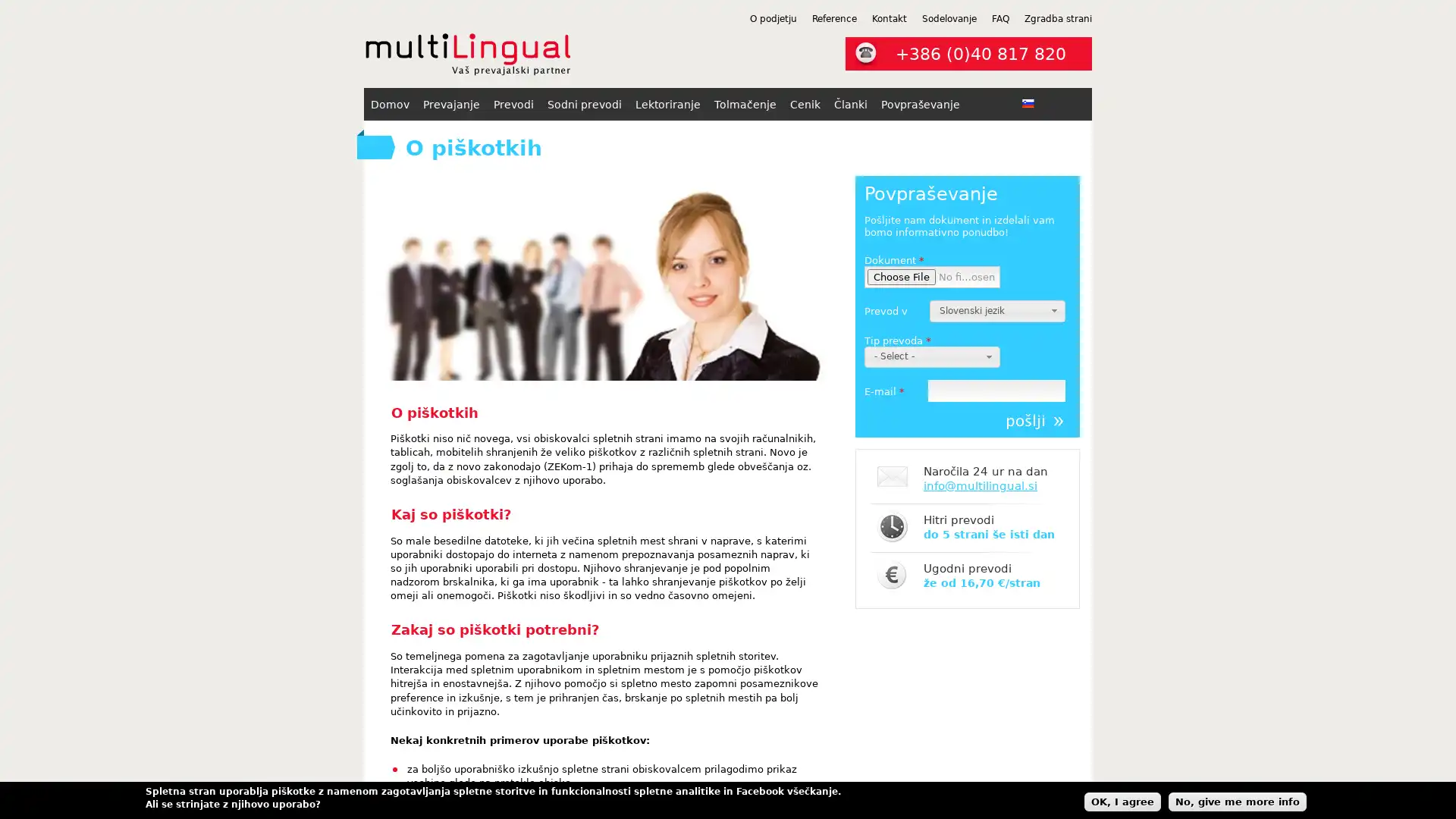 The image size is (1456, 819). Describe the element at coordinates (1238, 800) in the screenshot. I see `No, give me more info` at that location.